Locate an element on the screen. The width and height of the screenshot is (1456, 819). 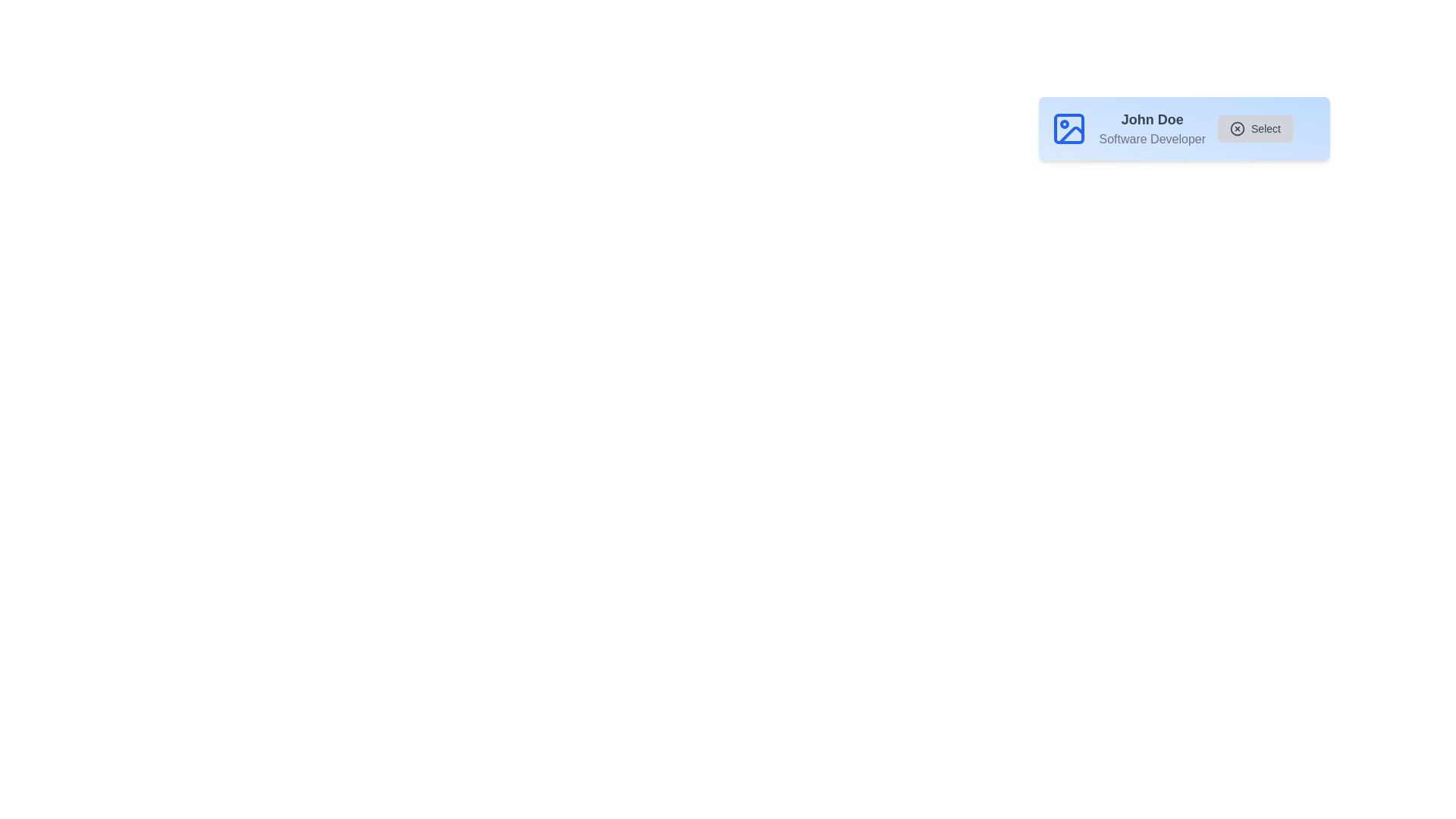
'Select' button to toggle the selection state is located at coordinates (1255, 127).